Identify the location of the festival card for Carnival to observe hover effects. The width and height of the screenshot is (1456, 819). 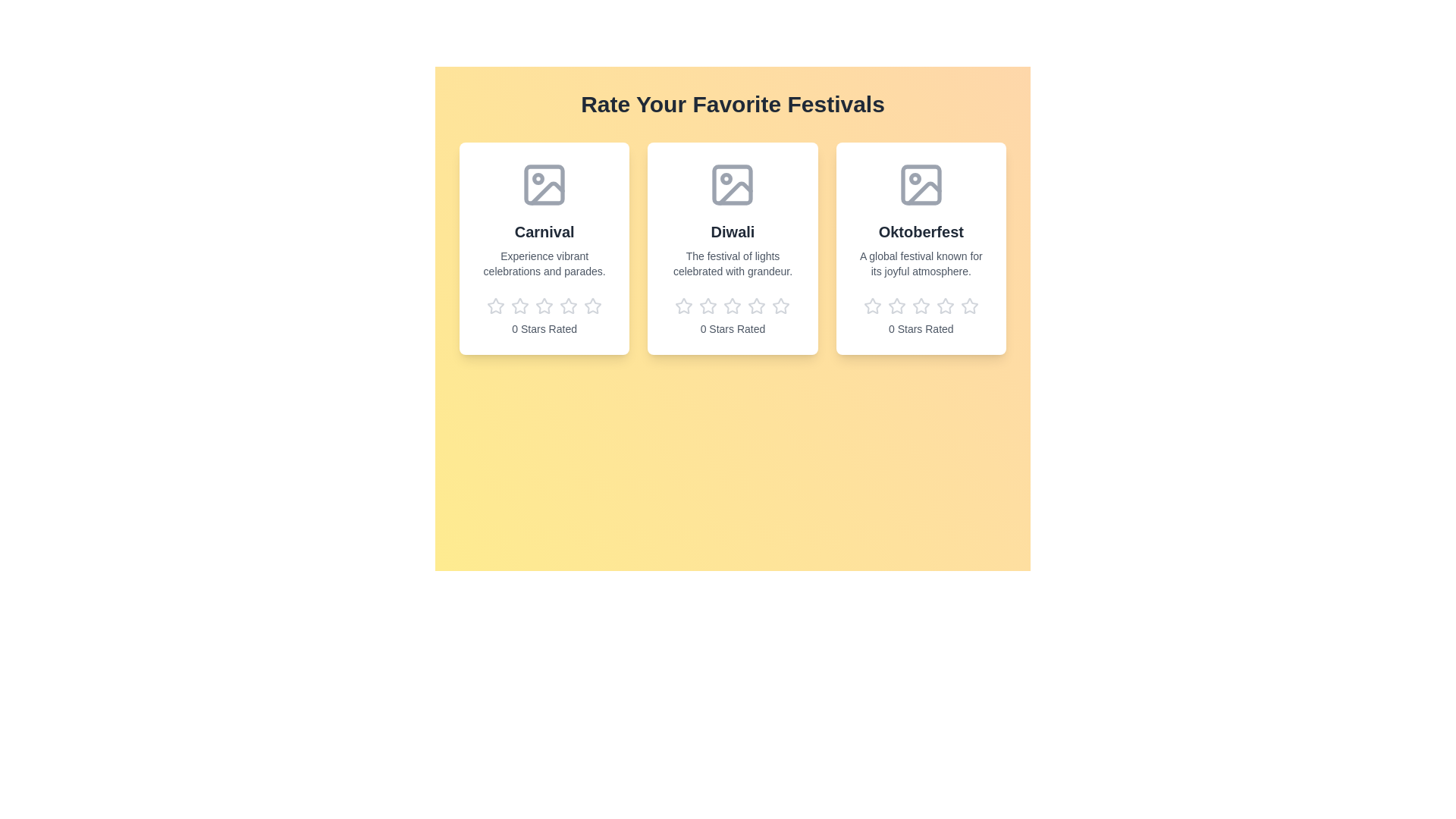
(544, 247).